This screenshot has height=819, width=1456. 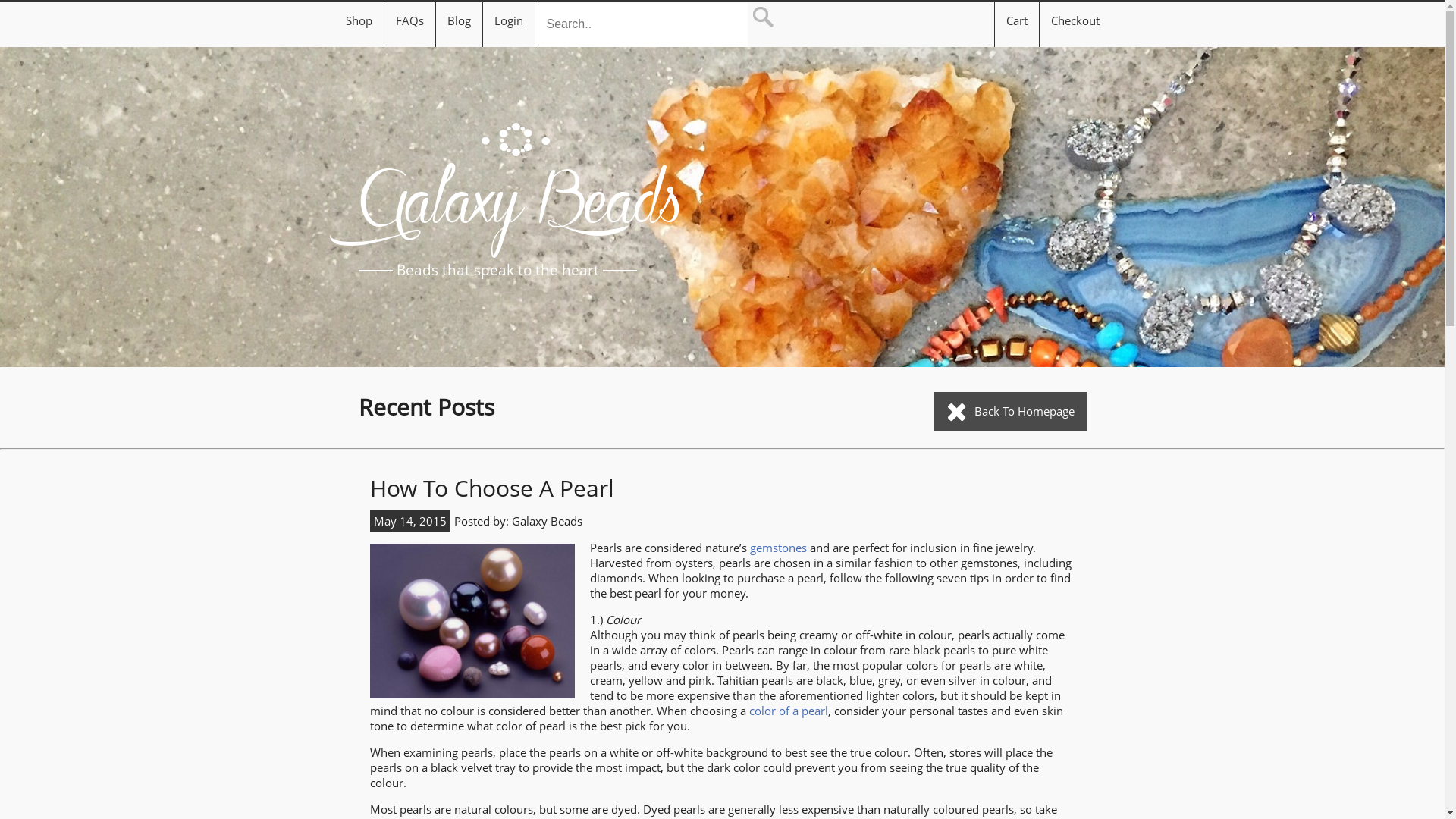 I want to click on 'Back To Homepage', so click(x=1010, y=411).